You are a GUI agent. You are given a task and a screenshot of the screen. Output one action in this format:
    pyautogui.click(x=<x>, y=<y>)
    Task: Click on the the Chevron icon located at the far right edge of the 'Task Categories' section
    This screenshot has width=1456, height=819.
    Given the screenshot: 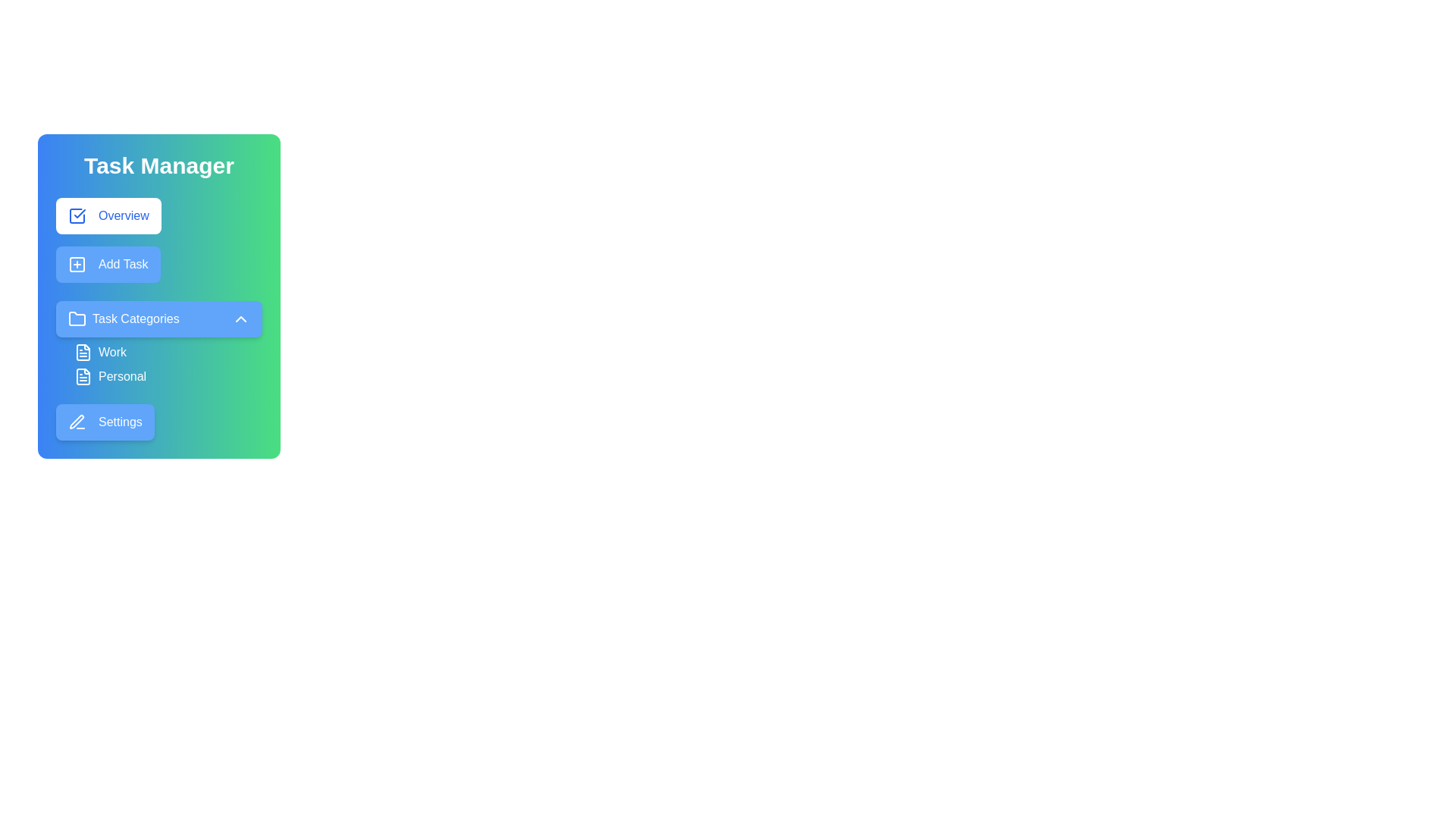 What is the action you would take?
    pyautogui.click(x=240, y=318)
    